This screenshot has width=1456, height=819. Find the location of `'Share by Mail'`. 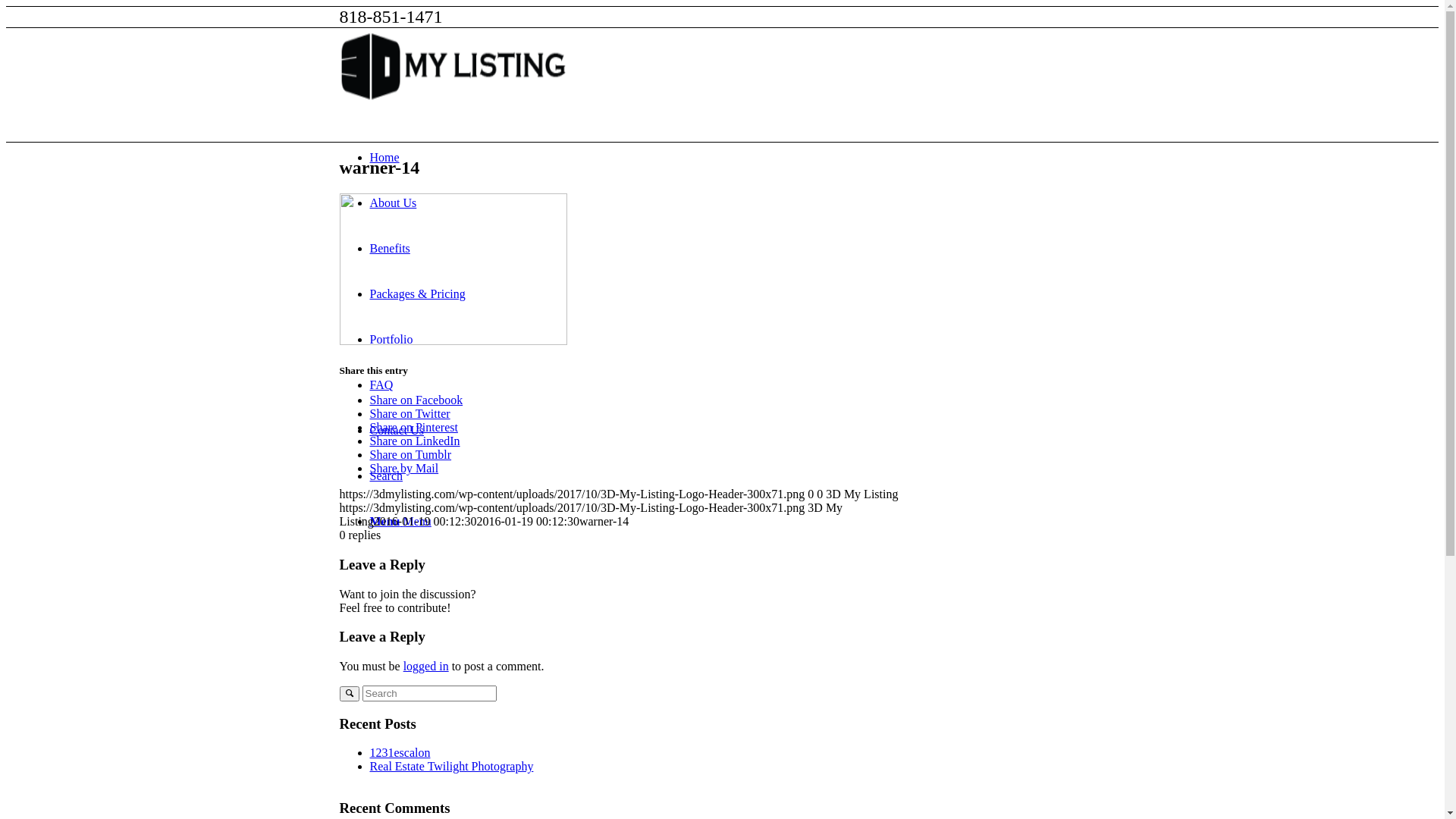

'Share by Mail' is located at coordinates (370, 467).